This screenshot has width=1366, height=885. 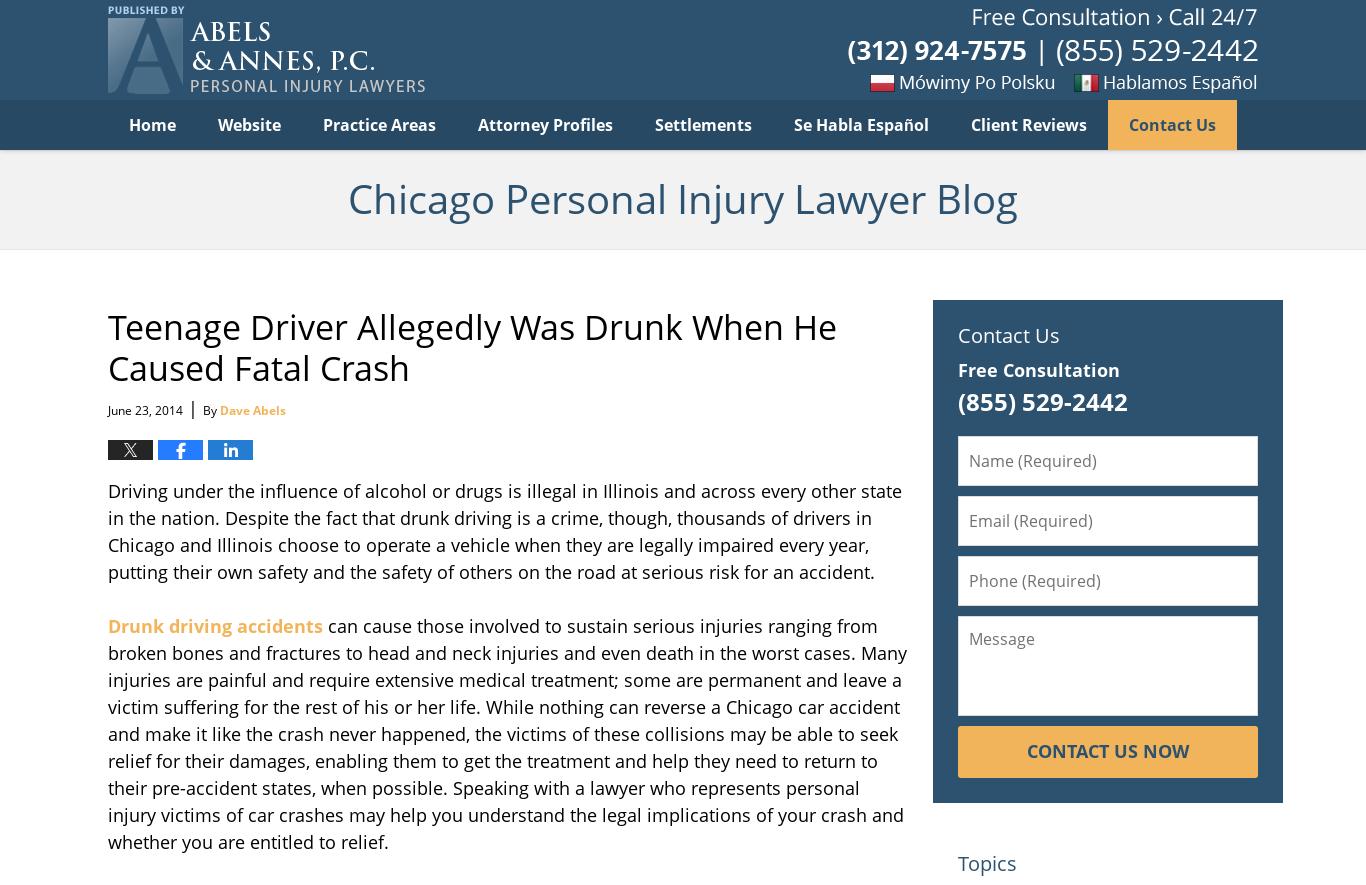 What do you see at coordinates (323, 123) in the screenshot?
I see `'Practice Areas'` at bounding box center [323, 123].